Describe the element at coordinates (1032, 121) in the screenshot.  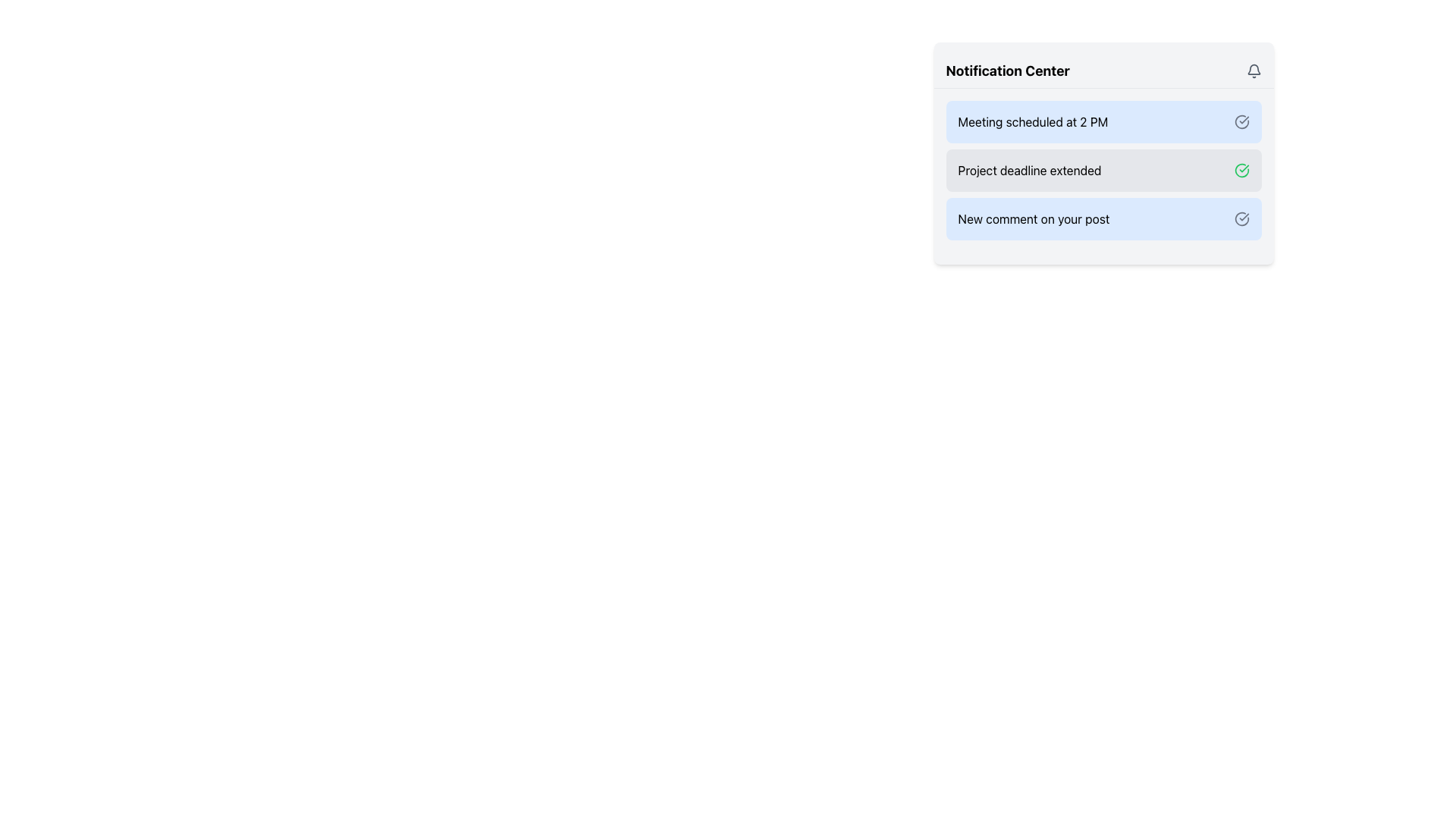
I see `the static informational label indicating an upcoming meeting scheduled at 2 PM within the Notification Center` at that location.